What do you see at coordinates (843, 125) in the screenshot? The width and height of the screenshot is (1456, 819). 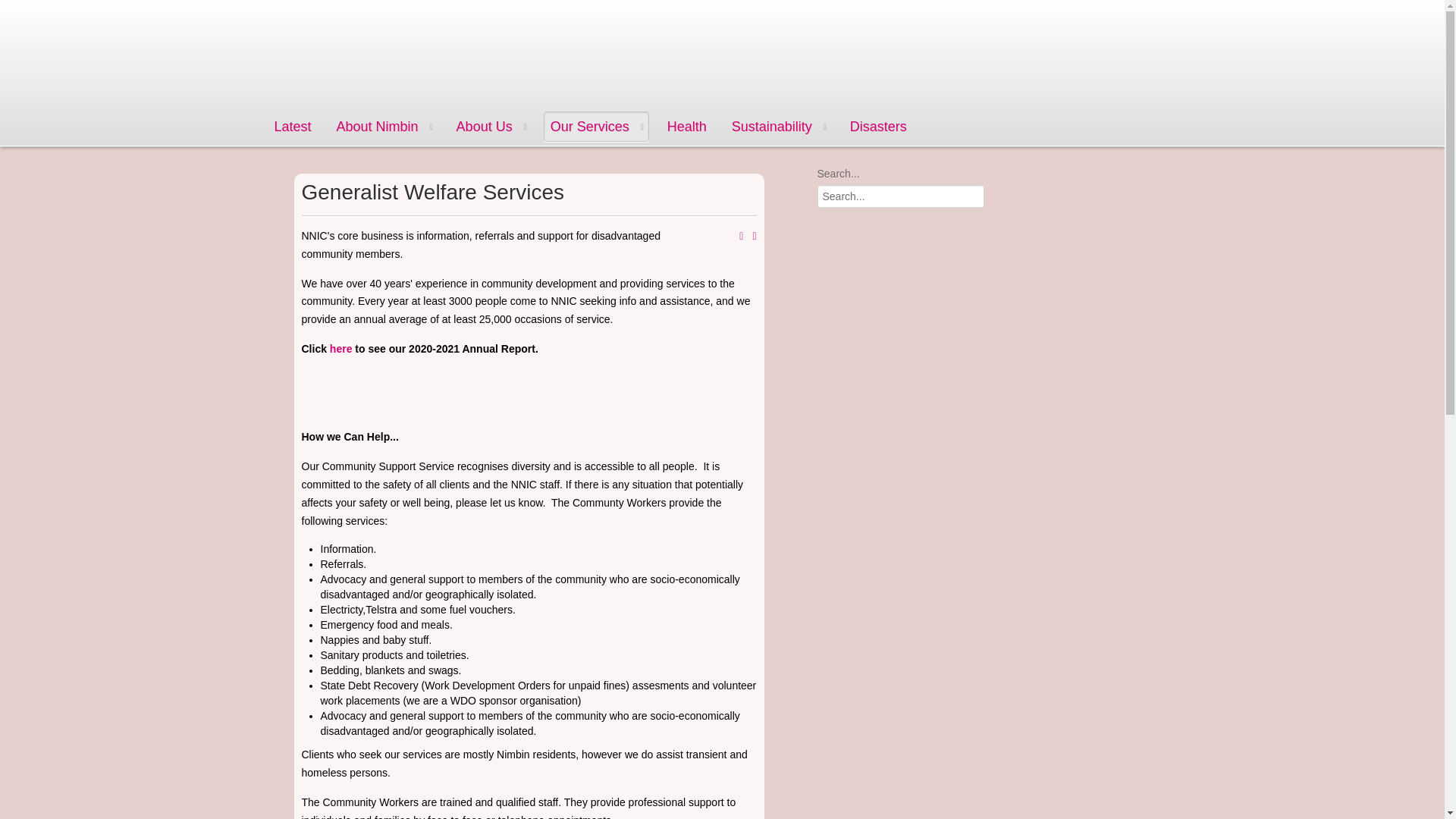 I see `'Disasters'` at bounding box center [843, 125].